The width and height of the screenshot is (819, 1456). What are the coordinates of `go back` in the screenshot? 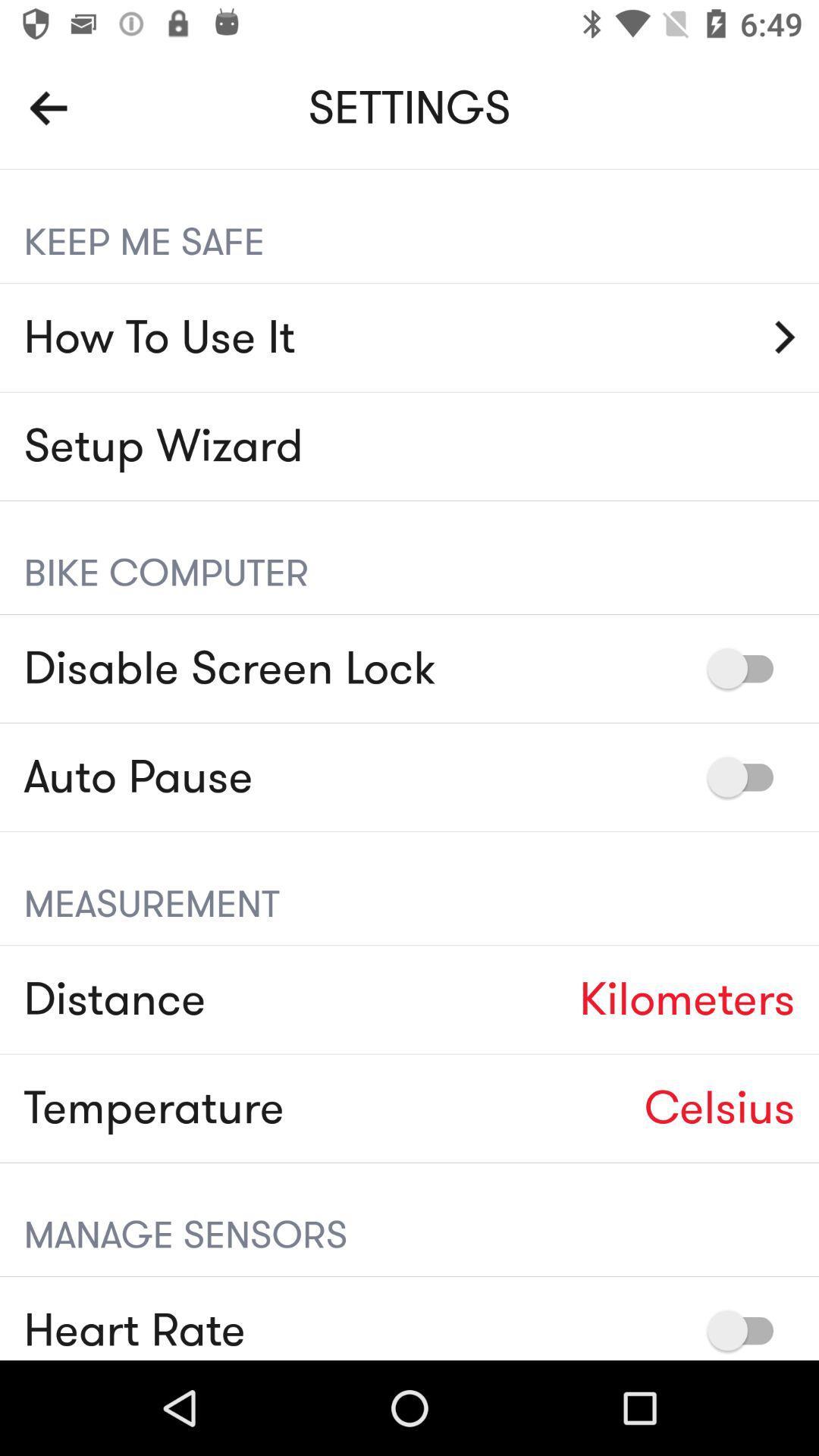 It's located at (48, 107).